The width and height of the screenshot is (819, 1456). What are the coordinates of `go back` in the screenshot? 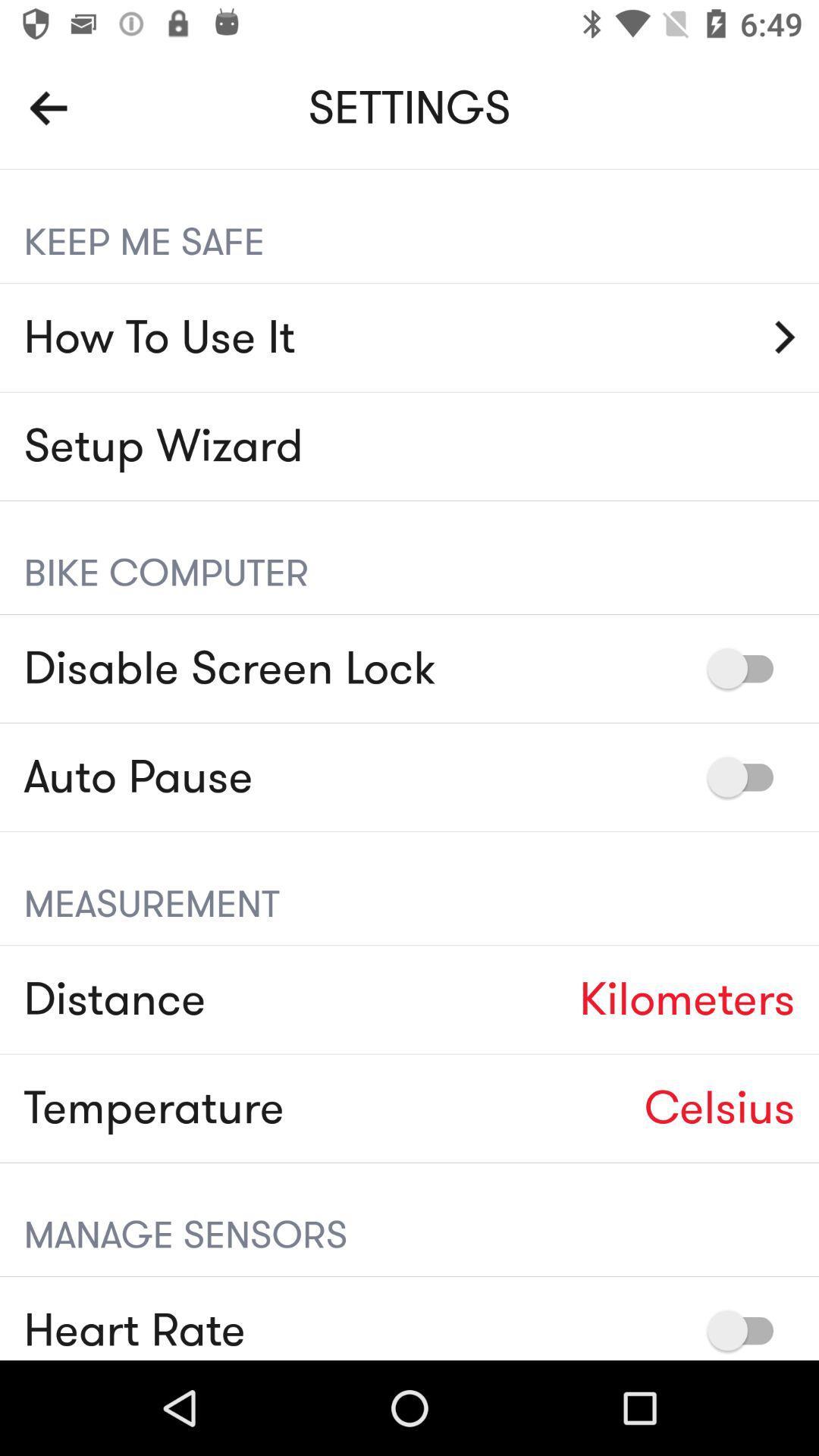 It's located at (48, 107).